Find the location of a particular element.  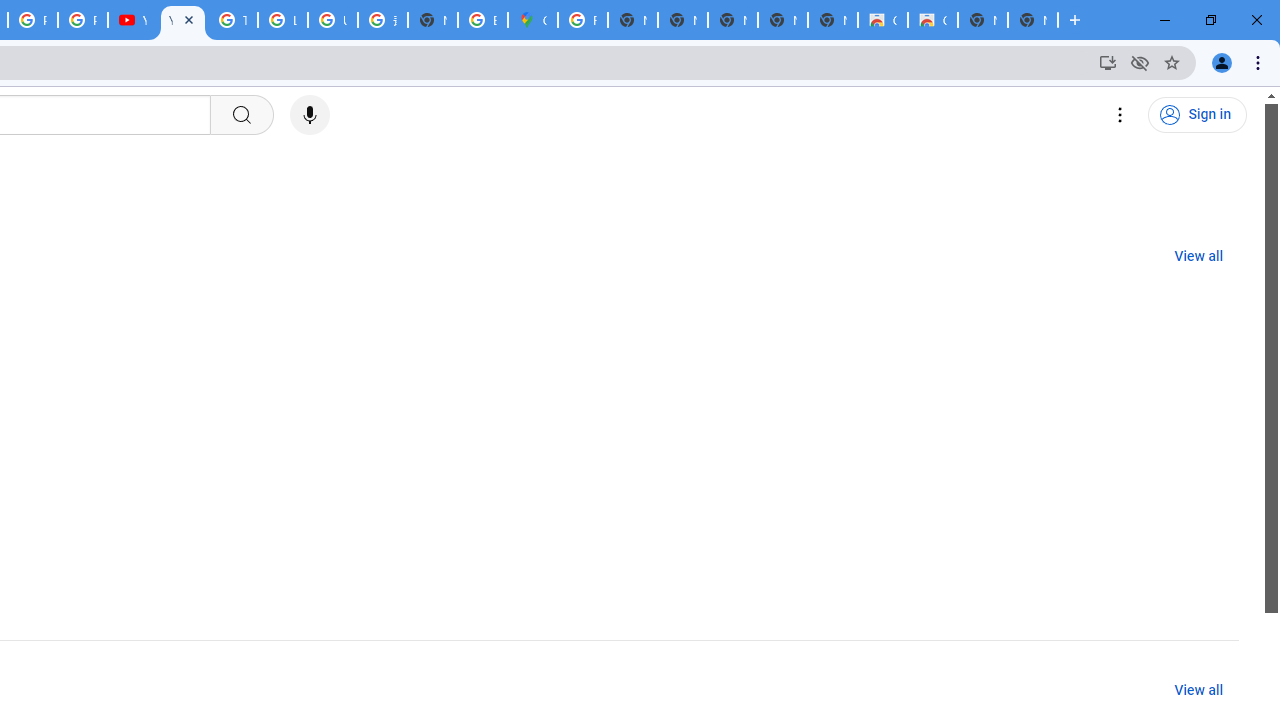

'Search with your voice' is located at coordinates (308, 115).